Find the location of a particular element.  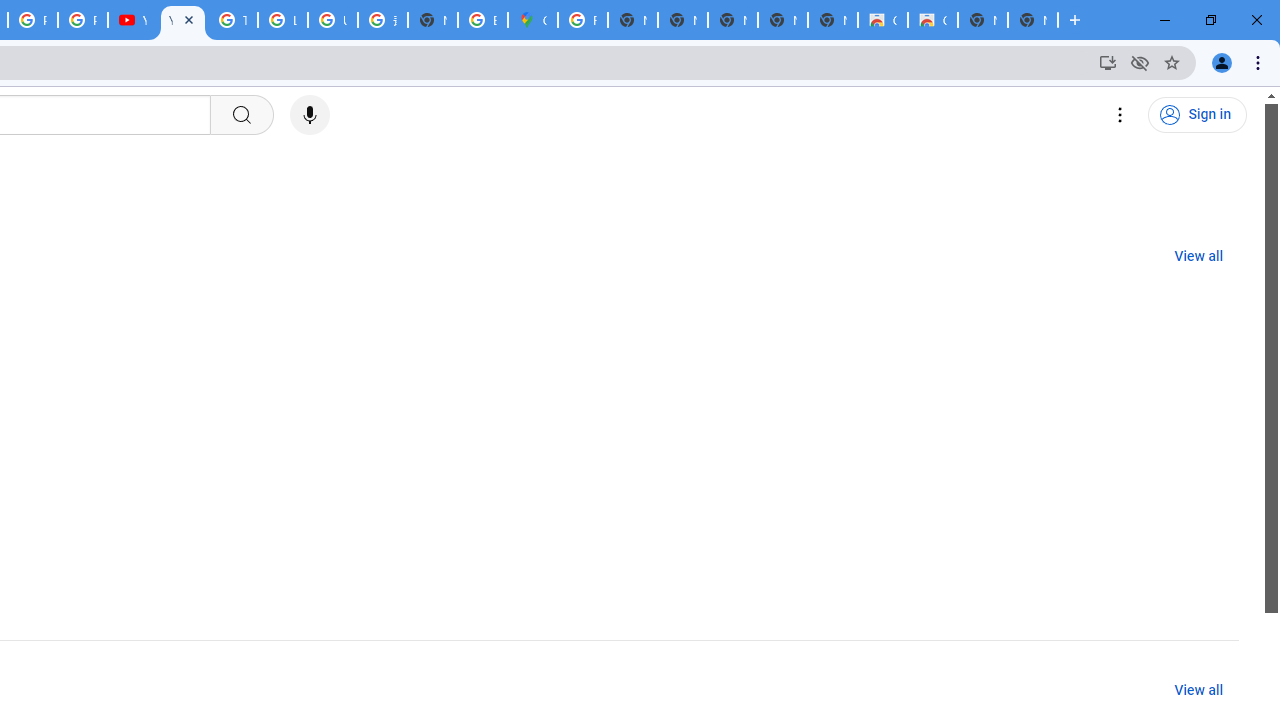

'Search with your voice' is located at coordinates (308, 115).